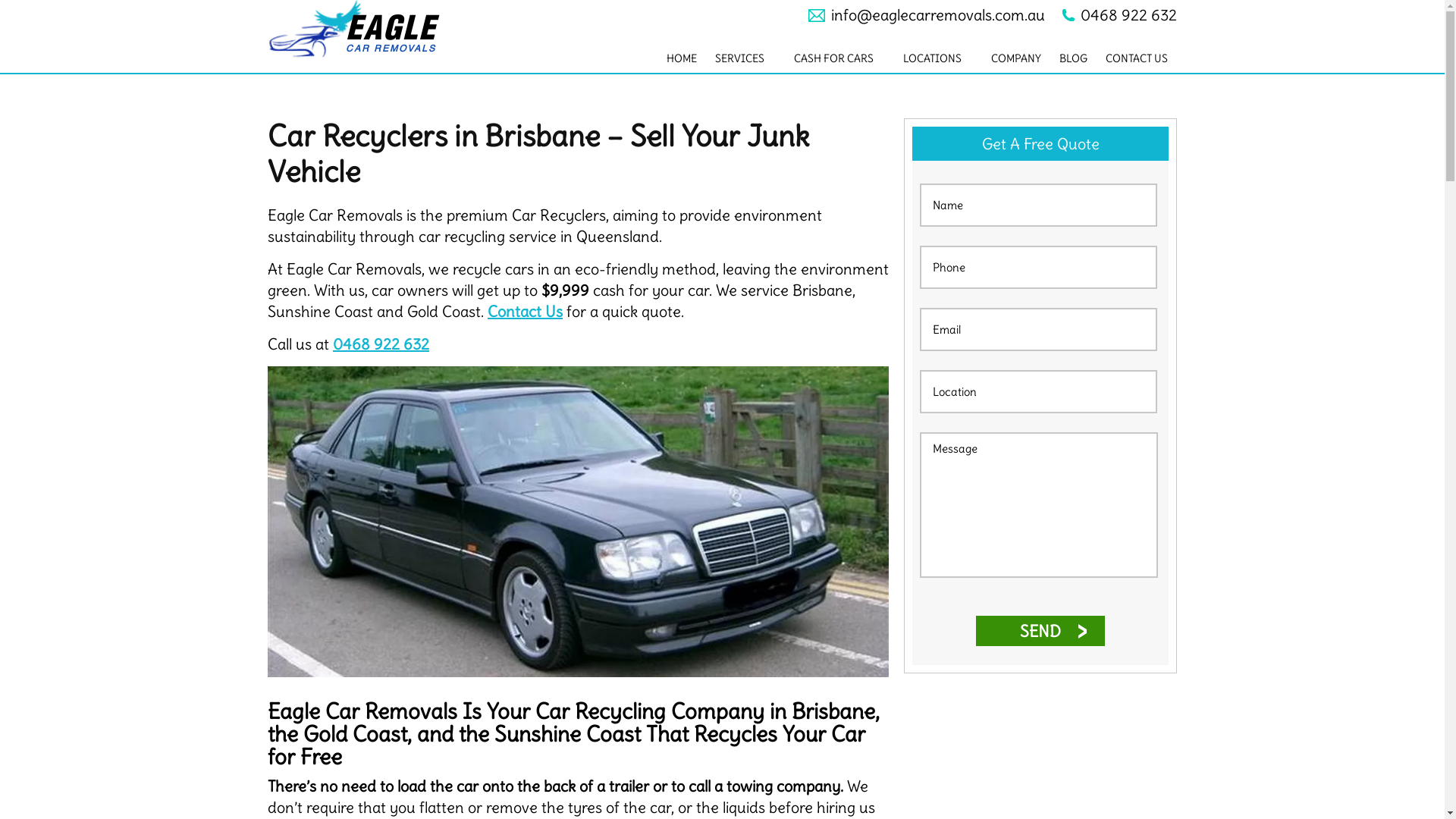 The height and width of the screenshot is (819, 1456). What do you see at coordinates (369, 29) in the screenshot?
I see `'EAGLE` at bounding box center [369, 29].